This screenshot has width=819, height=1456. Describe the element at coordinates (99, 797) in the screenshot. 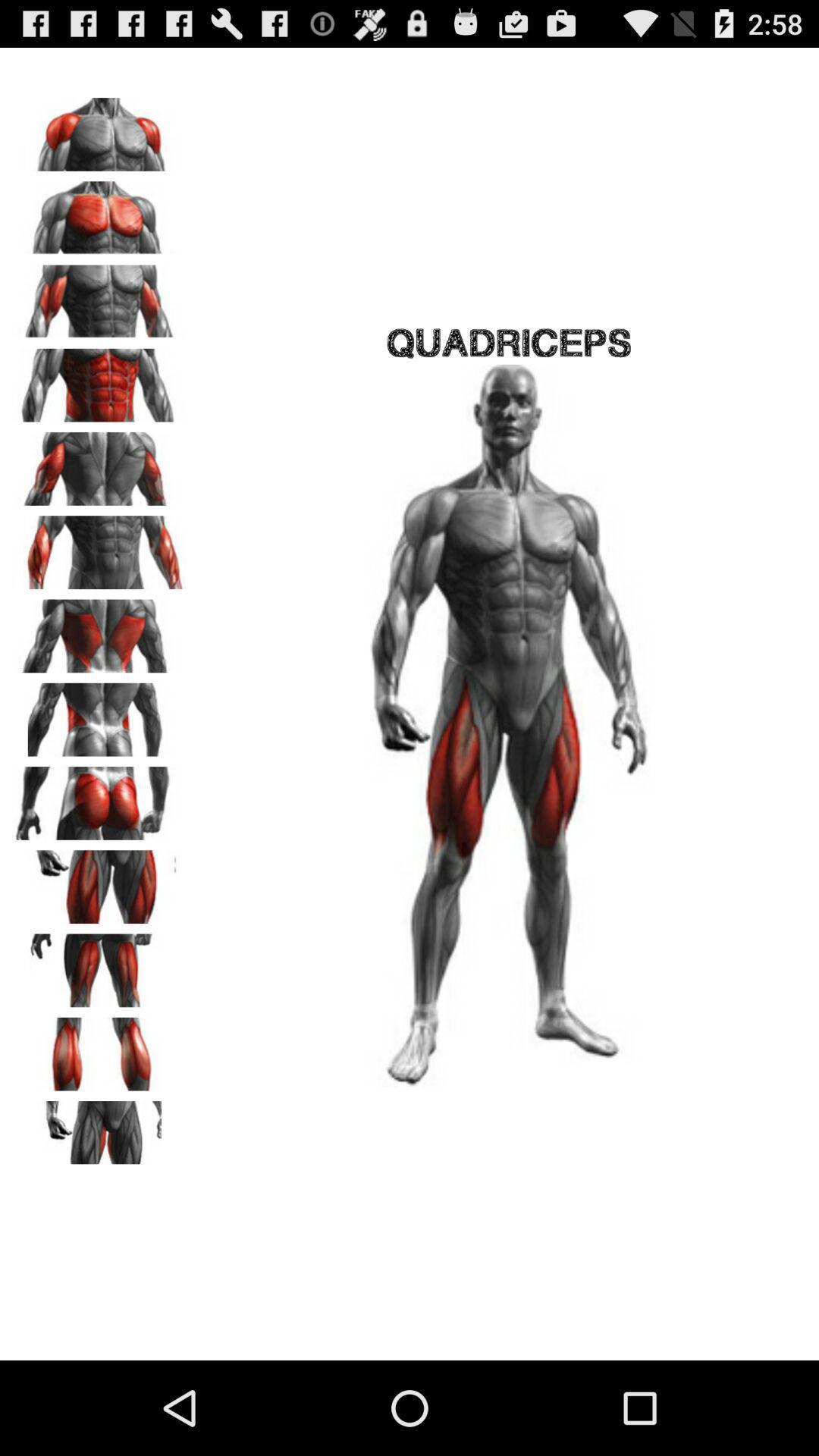

I see `make selection` at that location.